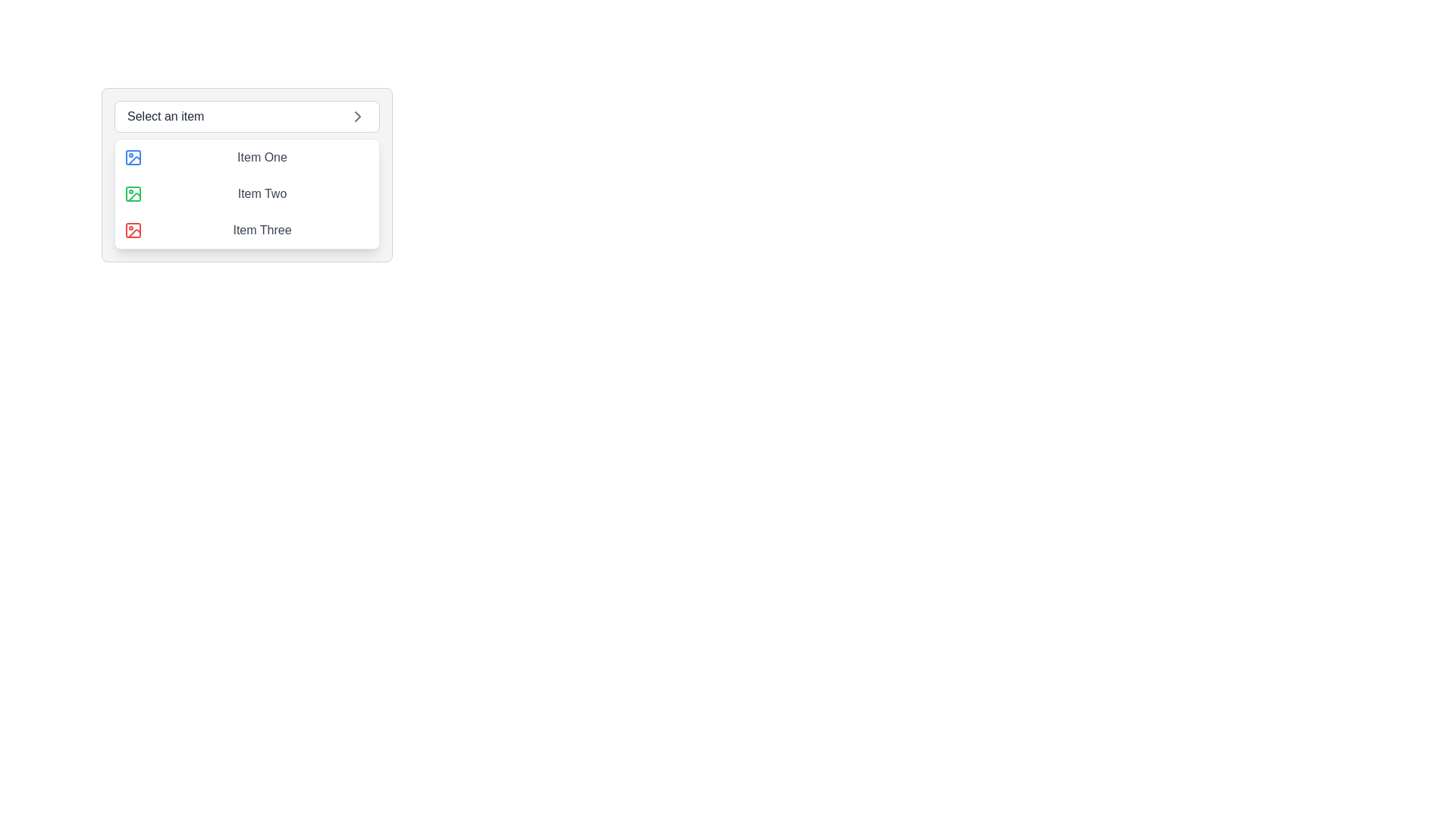 This screenshot has height=819, width=1456. Describe the element at coordinates (133, 158) in the screenshot. I see `the small graphical icon resembling an image frame with a blue border, positioned to the left of the text 'Item One' in the dropdown list` at that location.